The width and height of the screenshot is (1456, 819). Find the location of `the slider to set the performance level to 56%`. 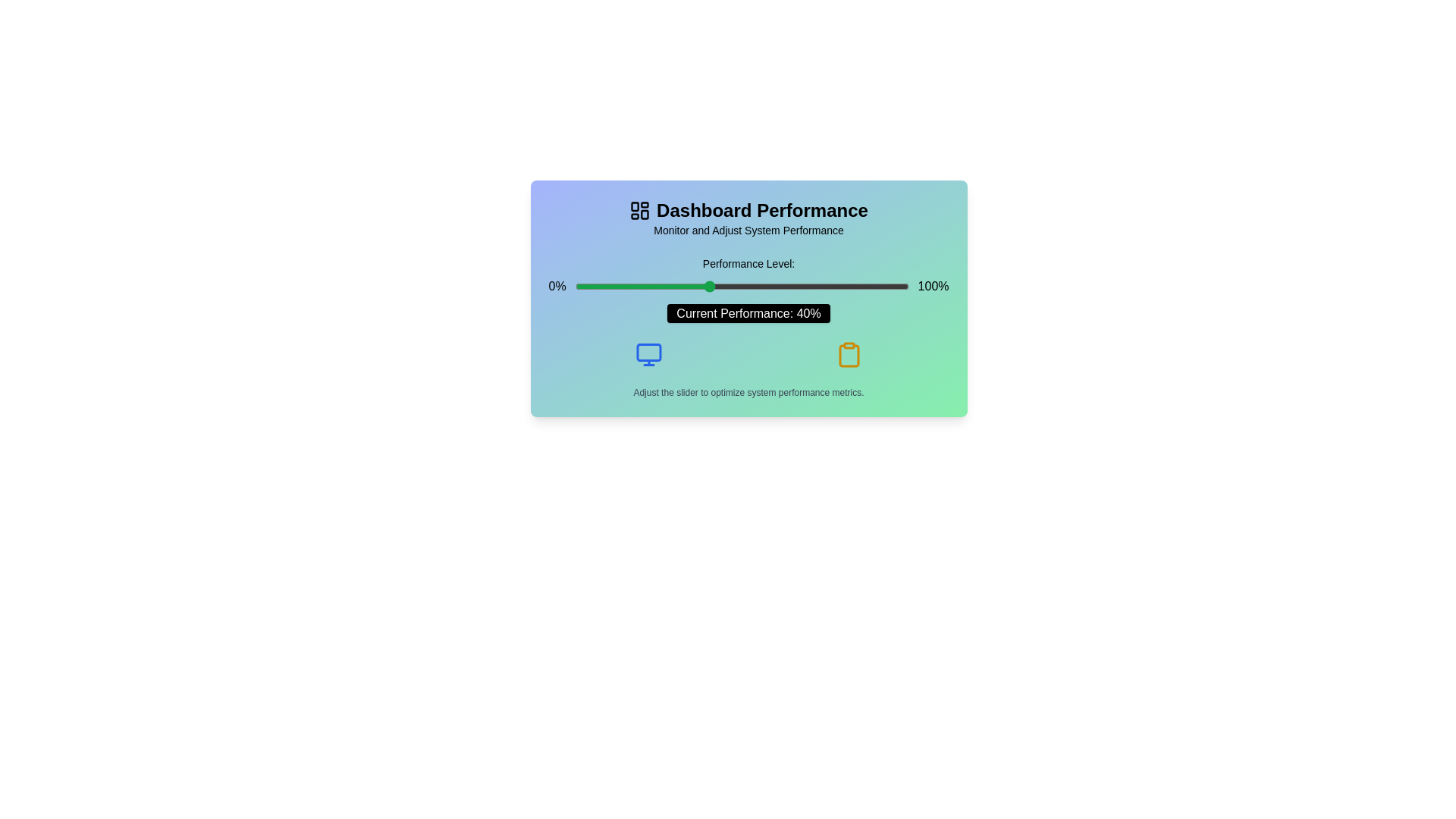

the slider to set the performance level to 56% is located at coordinates (761, 287).